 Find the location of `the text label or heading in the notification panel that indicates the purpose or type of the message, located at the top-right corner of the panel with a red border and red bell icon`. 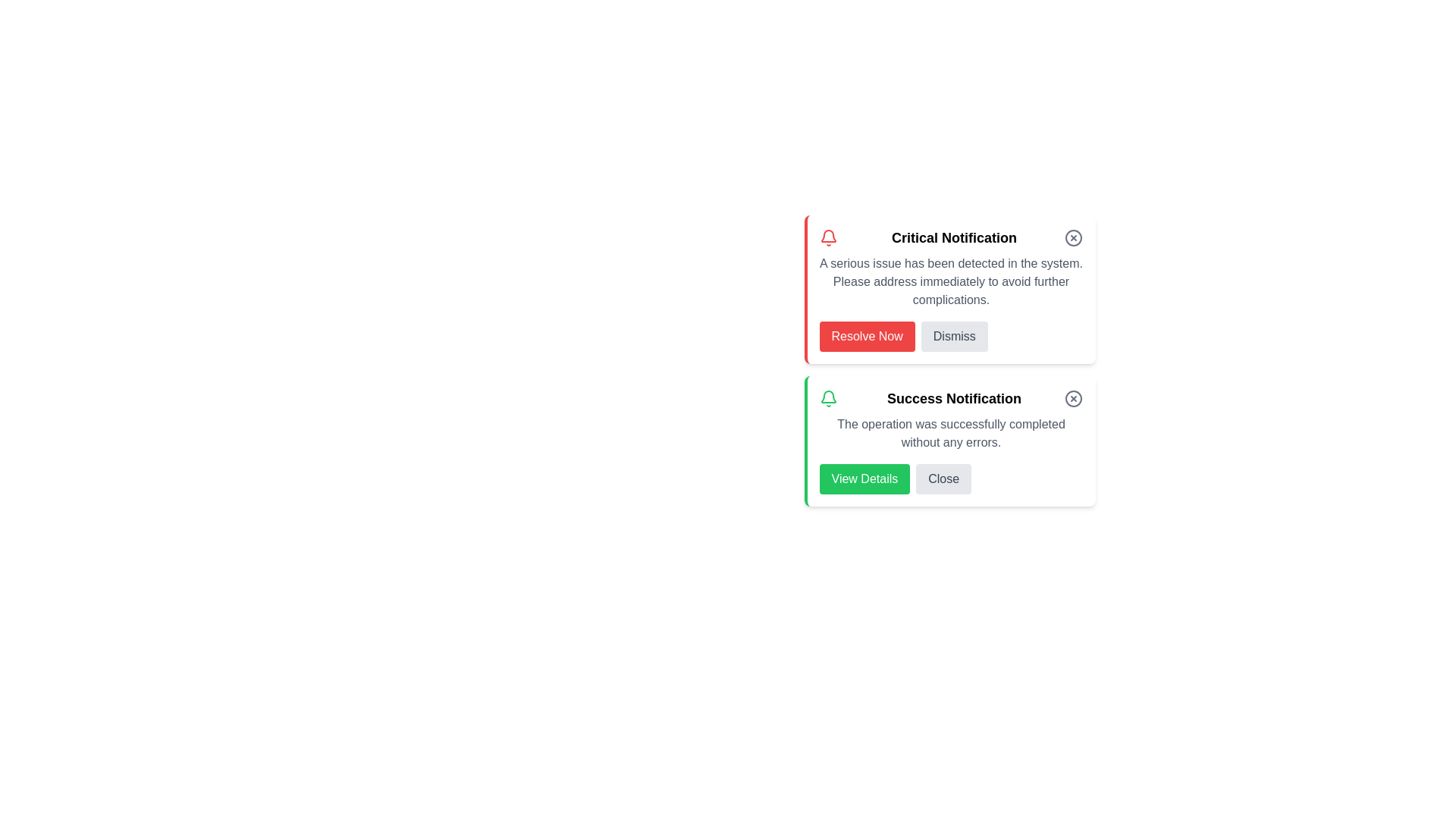

the text label or heading in the notification panel that indicates the purpose or type of the message, located at the top-right corner of the panel with a red border and red bell icon is located at coordinates (953, 237).